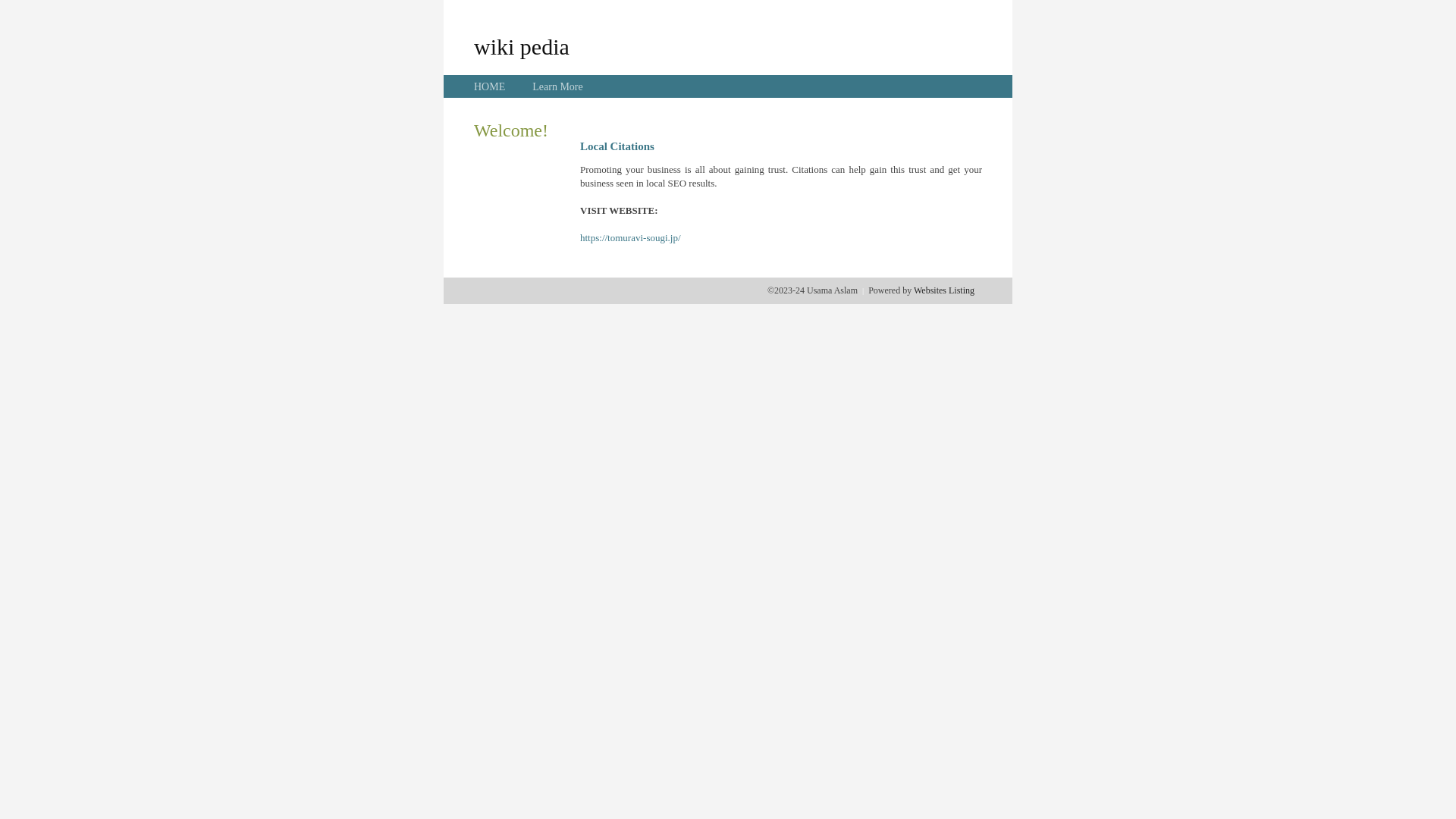 The image size is (1456, 819). Describe the element at coordinates (521, 45) in the screenshot. I see `'wiki pedia'` at that location.